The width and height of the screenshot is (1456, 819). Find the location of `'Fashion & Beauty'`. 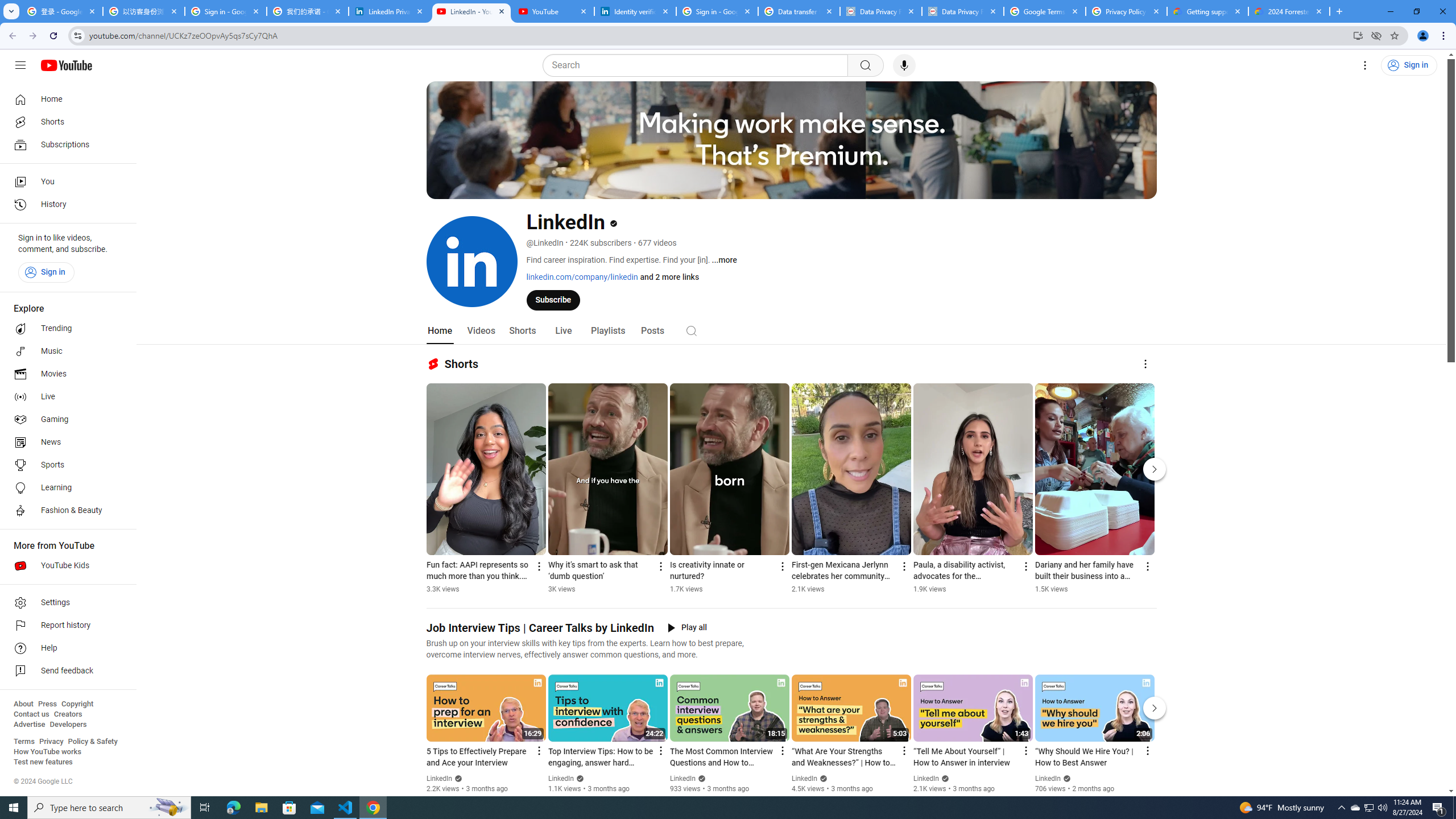

'Fashion & Beauty' is located at coordinates (64, 510).